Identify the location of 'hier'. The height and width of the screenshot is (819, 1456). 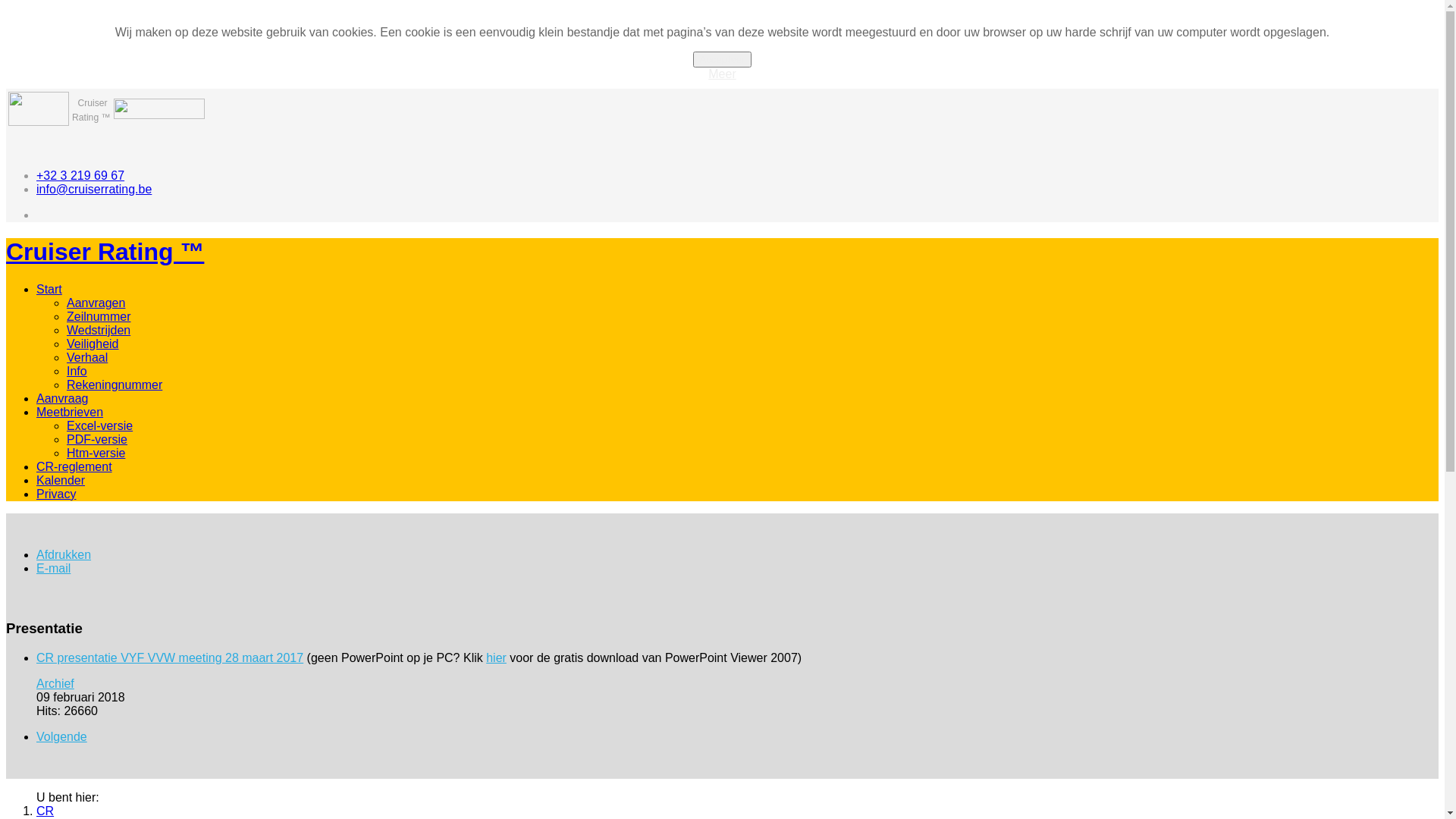
(496, 657).